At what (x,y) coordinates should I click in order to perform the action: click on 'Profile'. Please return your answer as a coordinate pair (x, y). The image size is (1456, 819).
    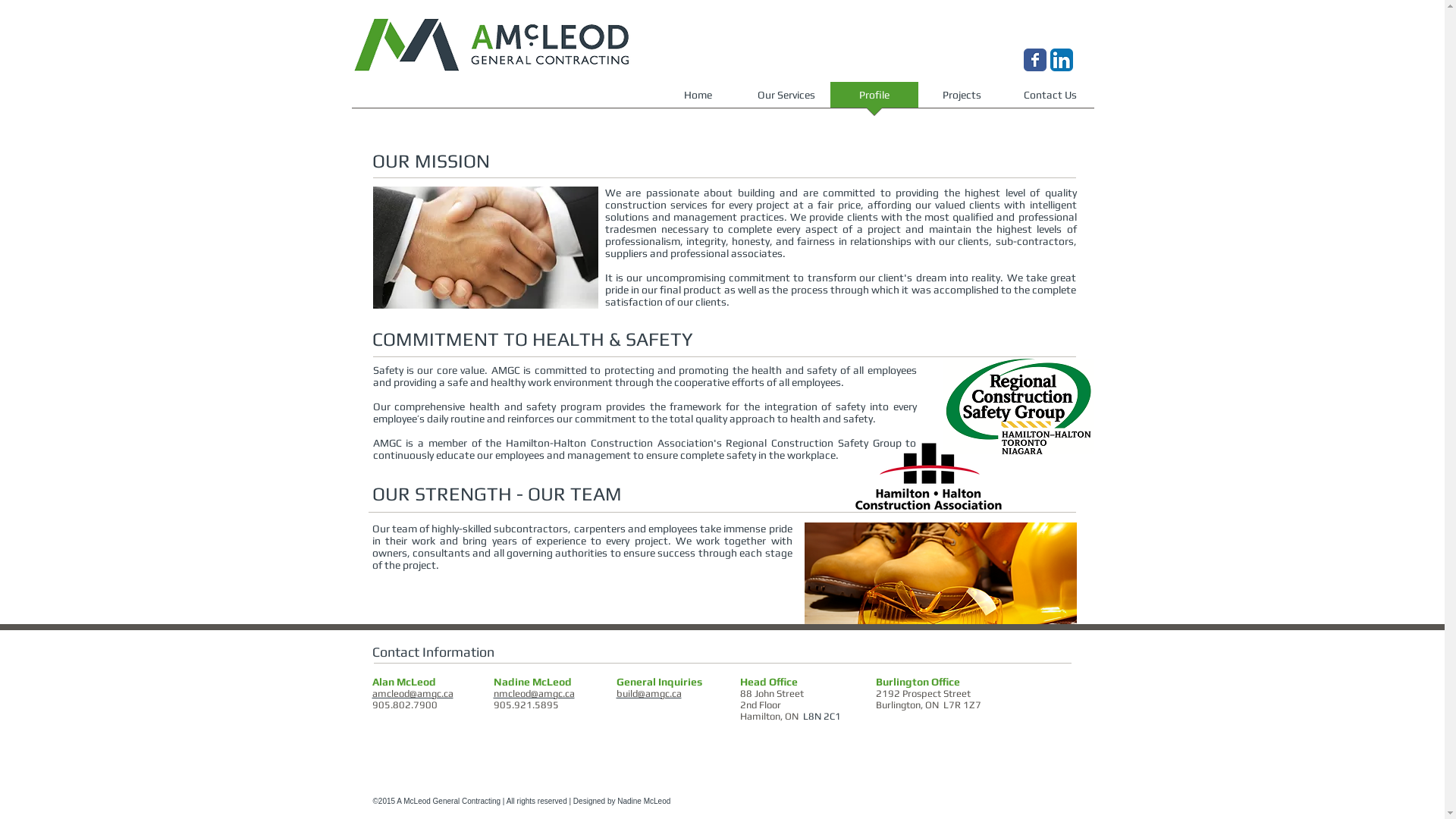
    Looking at the image, I should click on (874, 99).